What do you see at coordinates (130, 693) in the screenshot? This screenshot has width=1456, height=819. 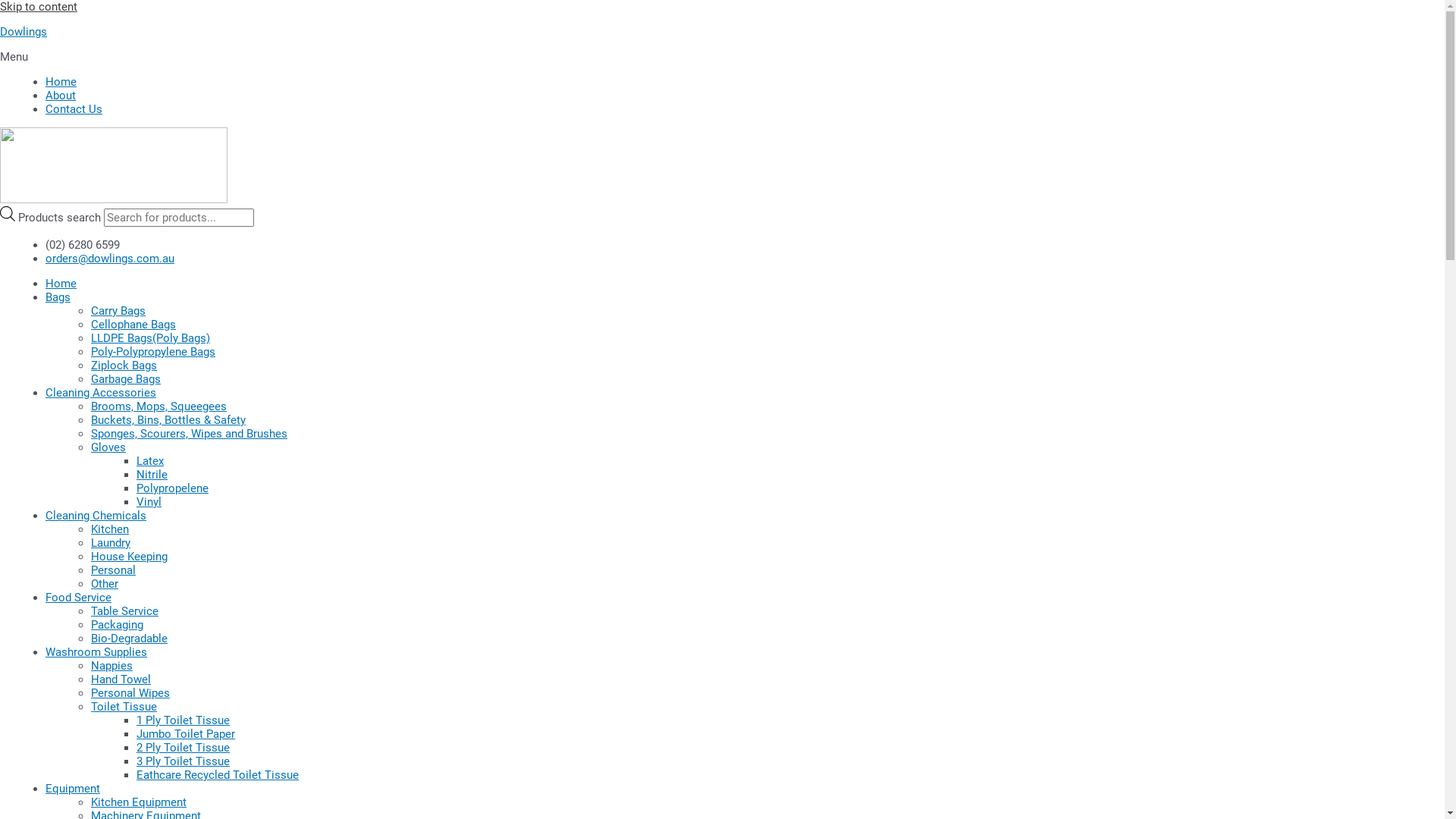 I see `'Personal Wipes'` at bounding box center [130, 693].